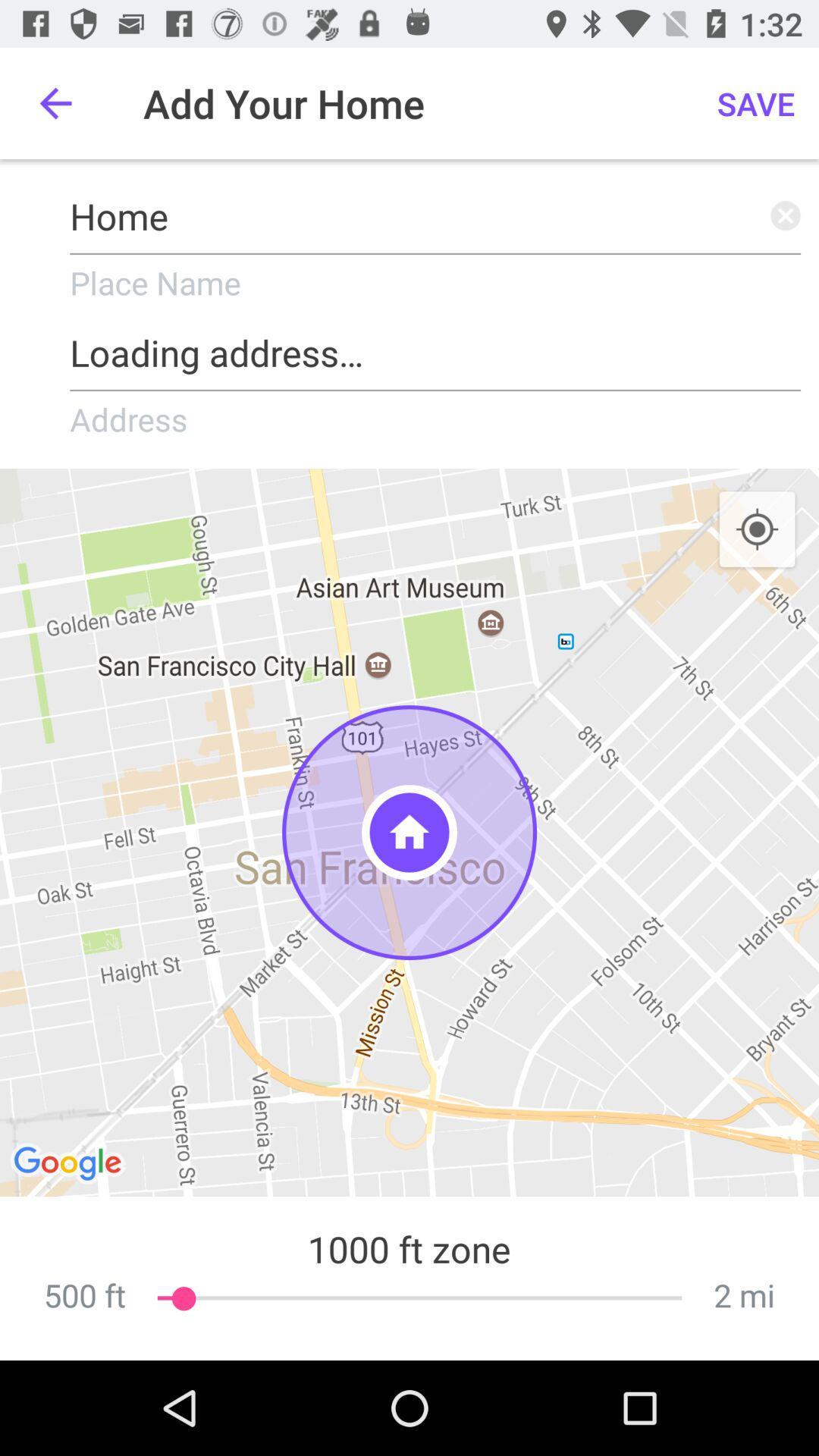 This screenshot has height=1456, width=819. What do you see at coordinates (758, 530) in the screenshot?
I see `the right topmost corner option on the map` at bounding box center [758, 530].